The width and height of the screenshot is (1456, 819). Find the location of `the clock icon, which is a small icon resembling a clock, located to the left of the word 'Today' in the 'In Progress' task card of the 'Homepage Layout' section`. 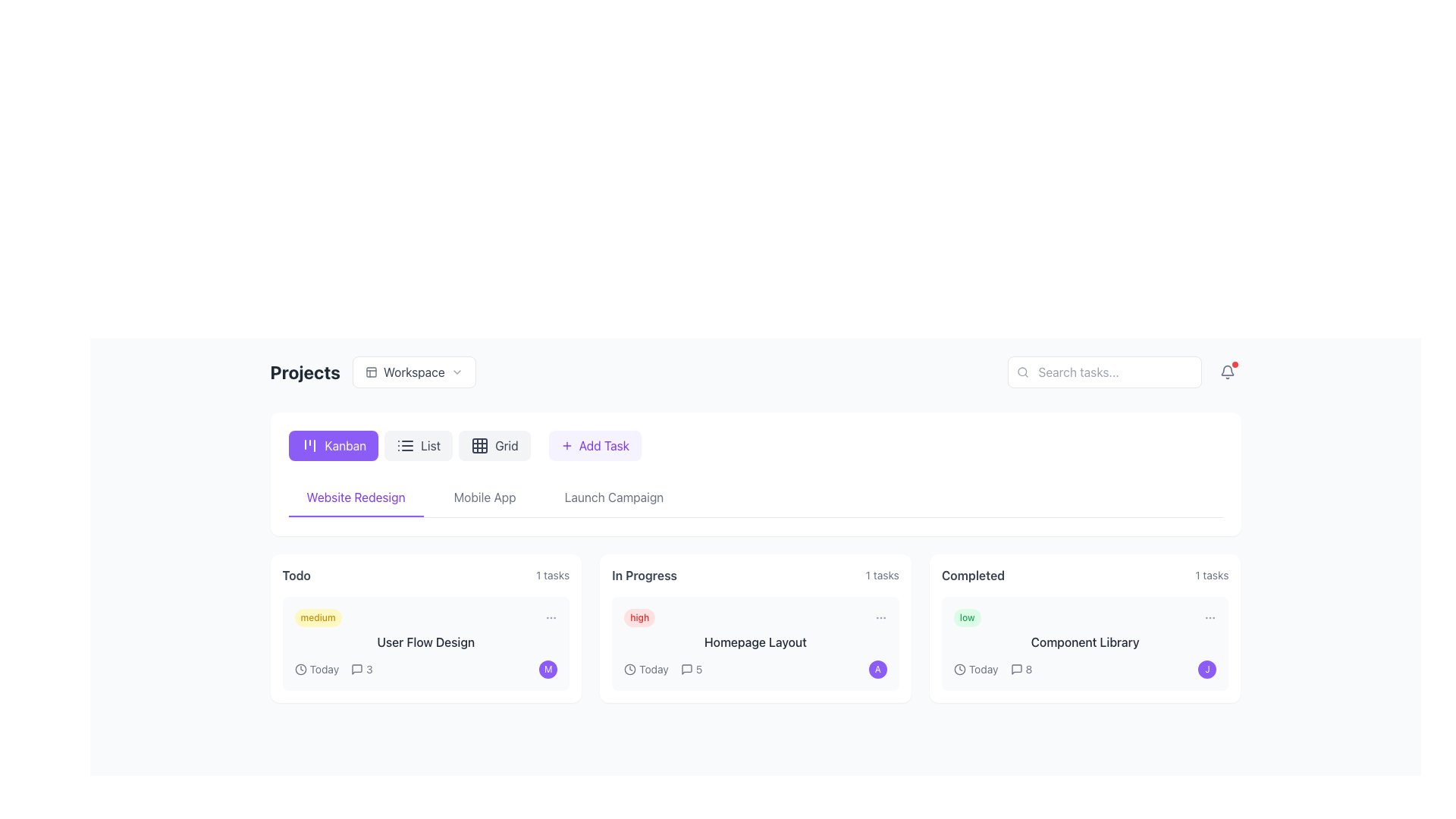

the clock icon, which is a small icon resembling a clock, located to the left of the word 'Today' in the 'In Progress' task card of the 'Homepage Layout' section is located at coordinates (630, 669).